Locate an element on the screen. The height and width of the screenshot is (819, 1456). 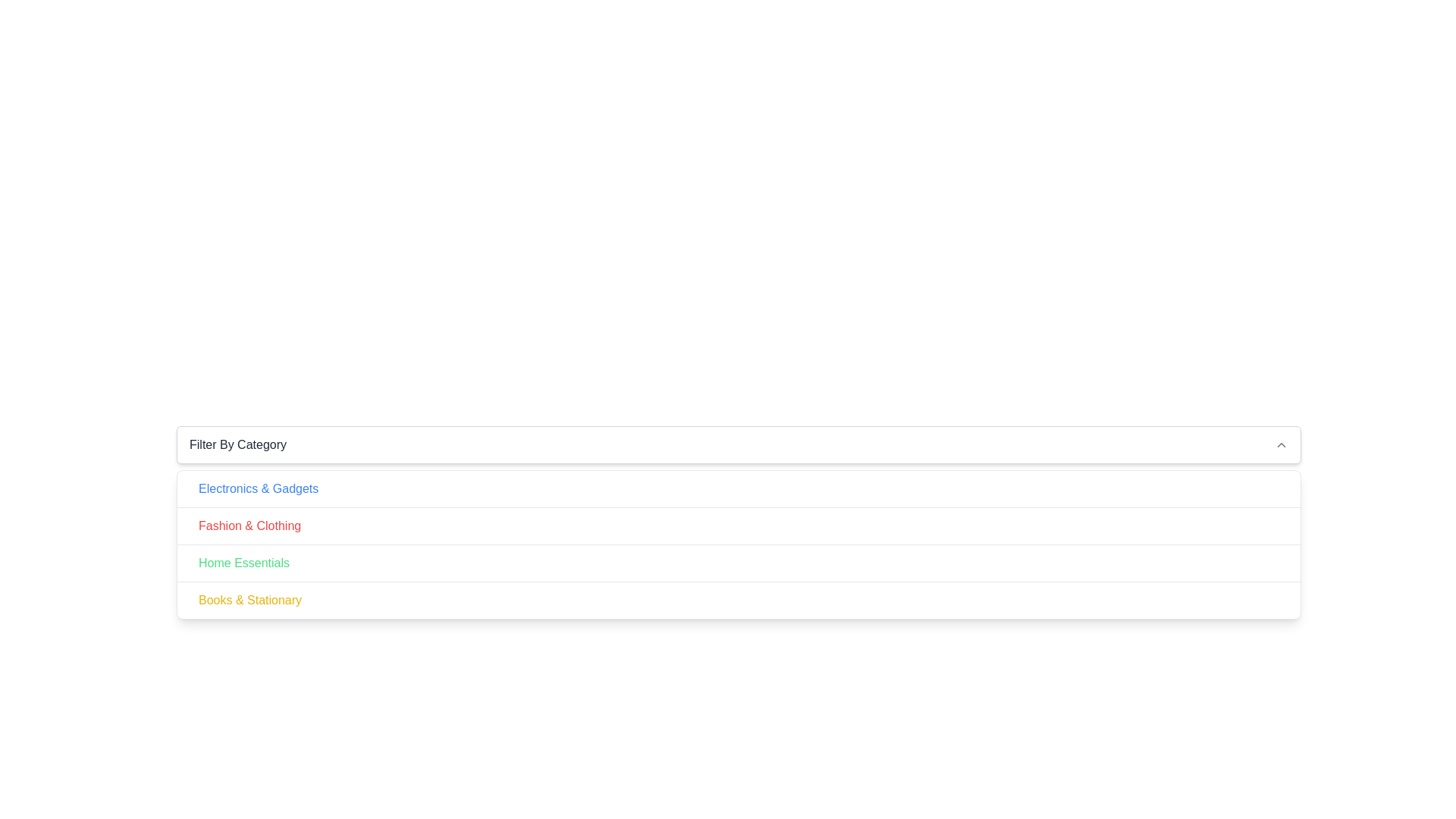
the small upward-facing chevron icon in the 'Filter By Category' header is located at coordinates (1280, 444).